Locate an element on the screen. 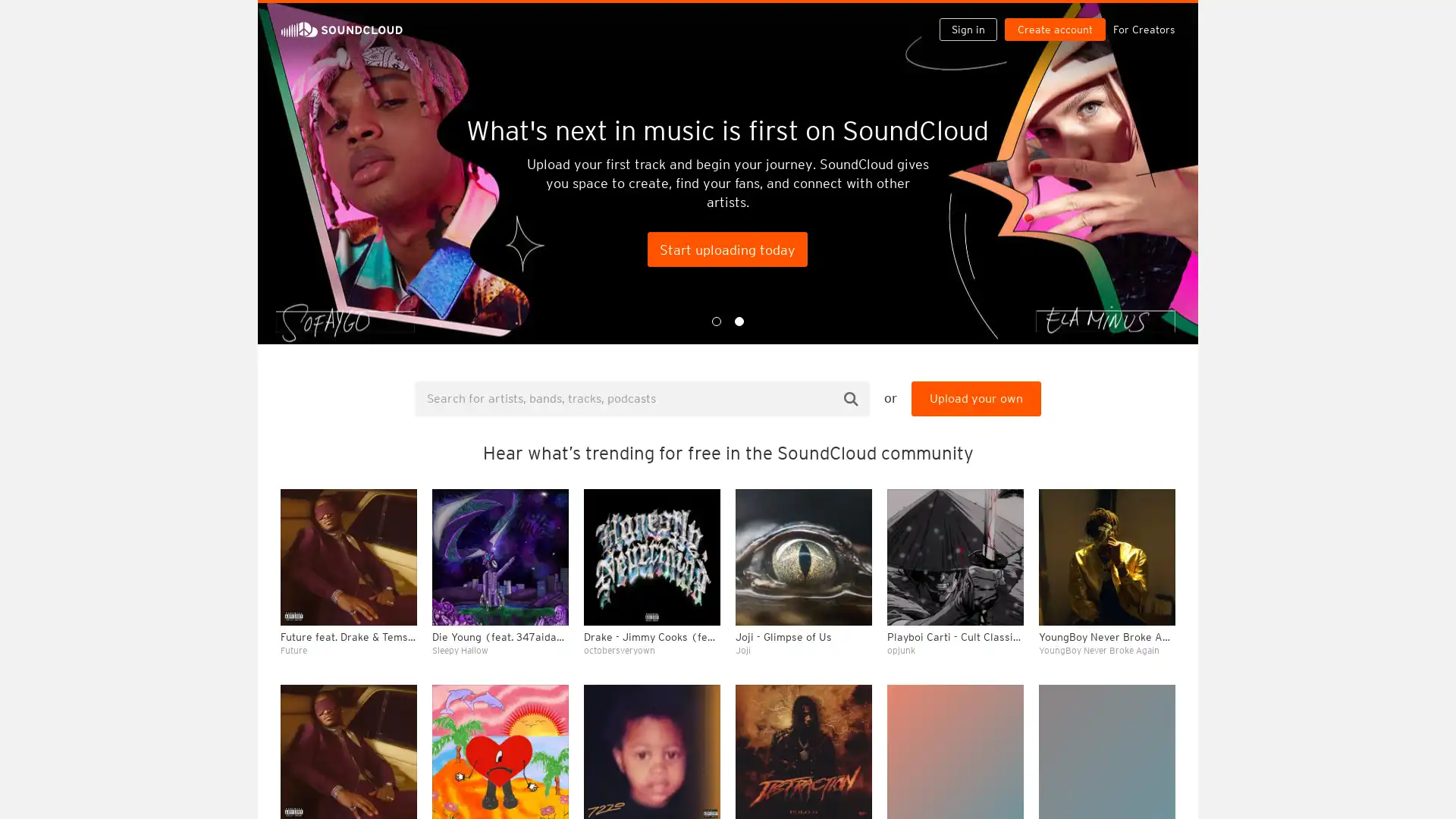 Image resolution: width=1456 pixels, height=819 pixels. Hide queue is located at coordinates (1165, 414).